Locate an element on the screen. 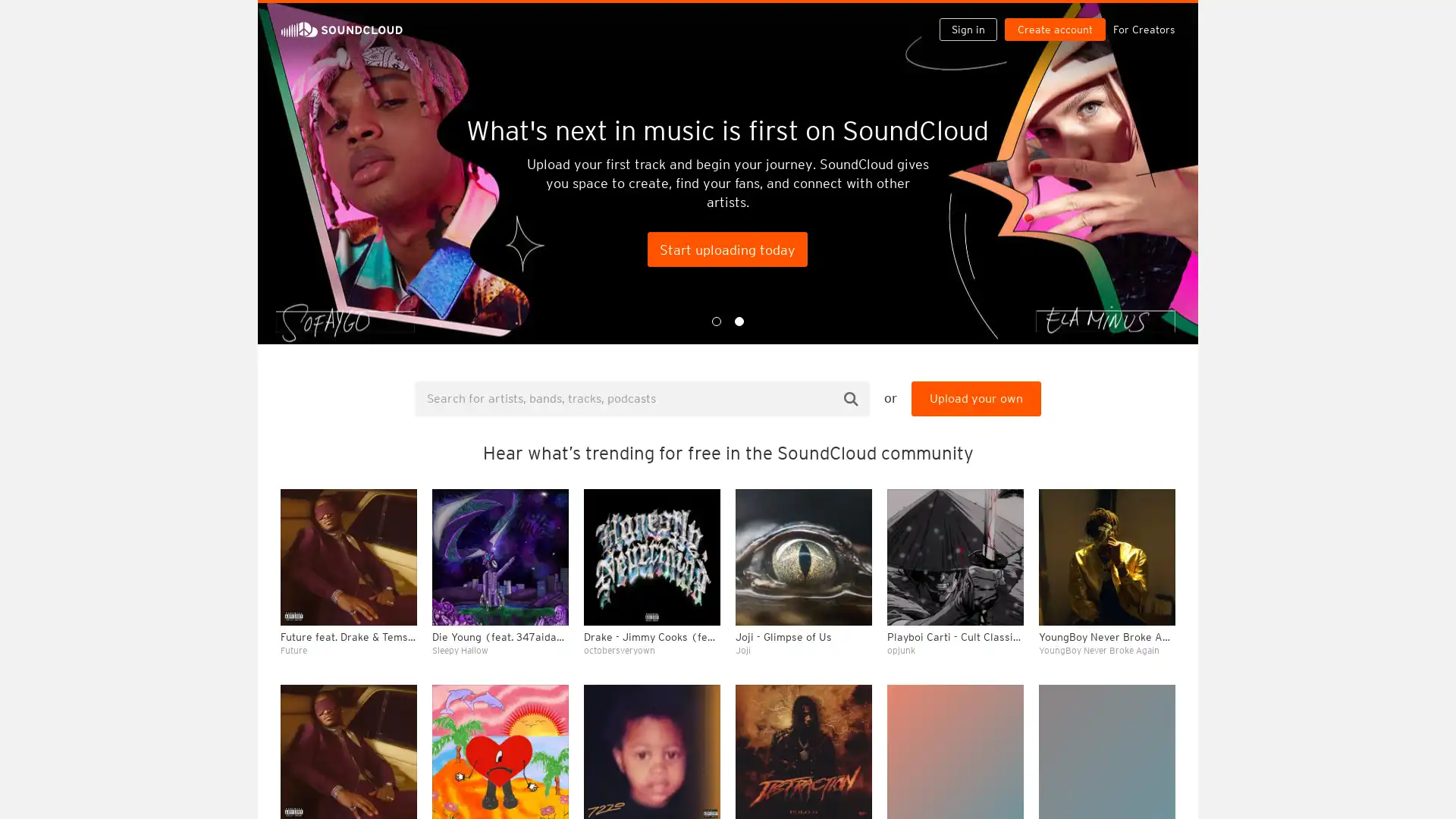 Image resolution: width=1456 pixels, height=819 pixels. Hide queue is located at coordinates (1165, 414).